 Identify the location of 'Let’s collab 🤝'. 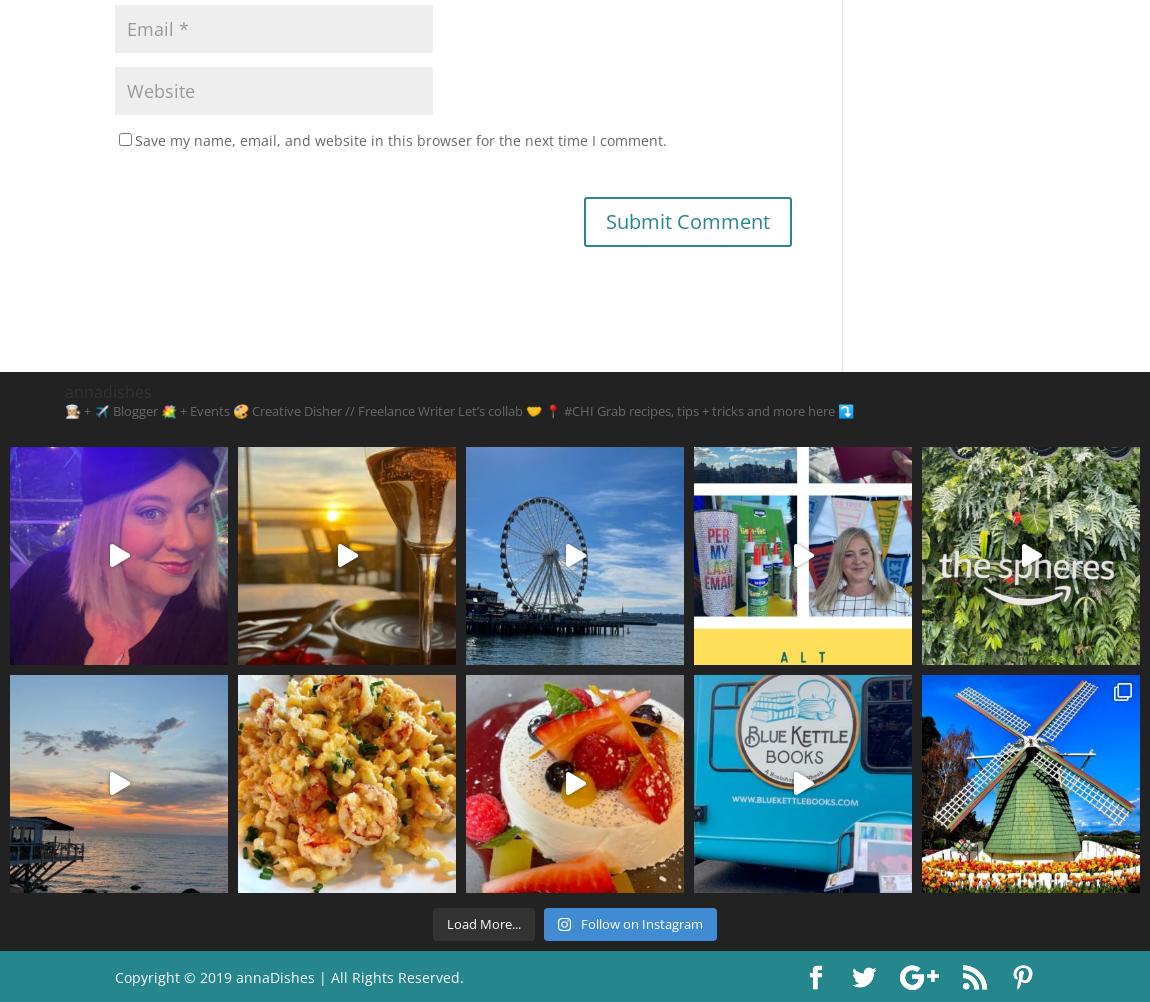
(500, 410).